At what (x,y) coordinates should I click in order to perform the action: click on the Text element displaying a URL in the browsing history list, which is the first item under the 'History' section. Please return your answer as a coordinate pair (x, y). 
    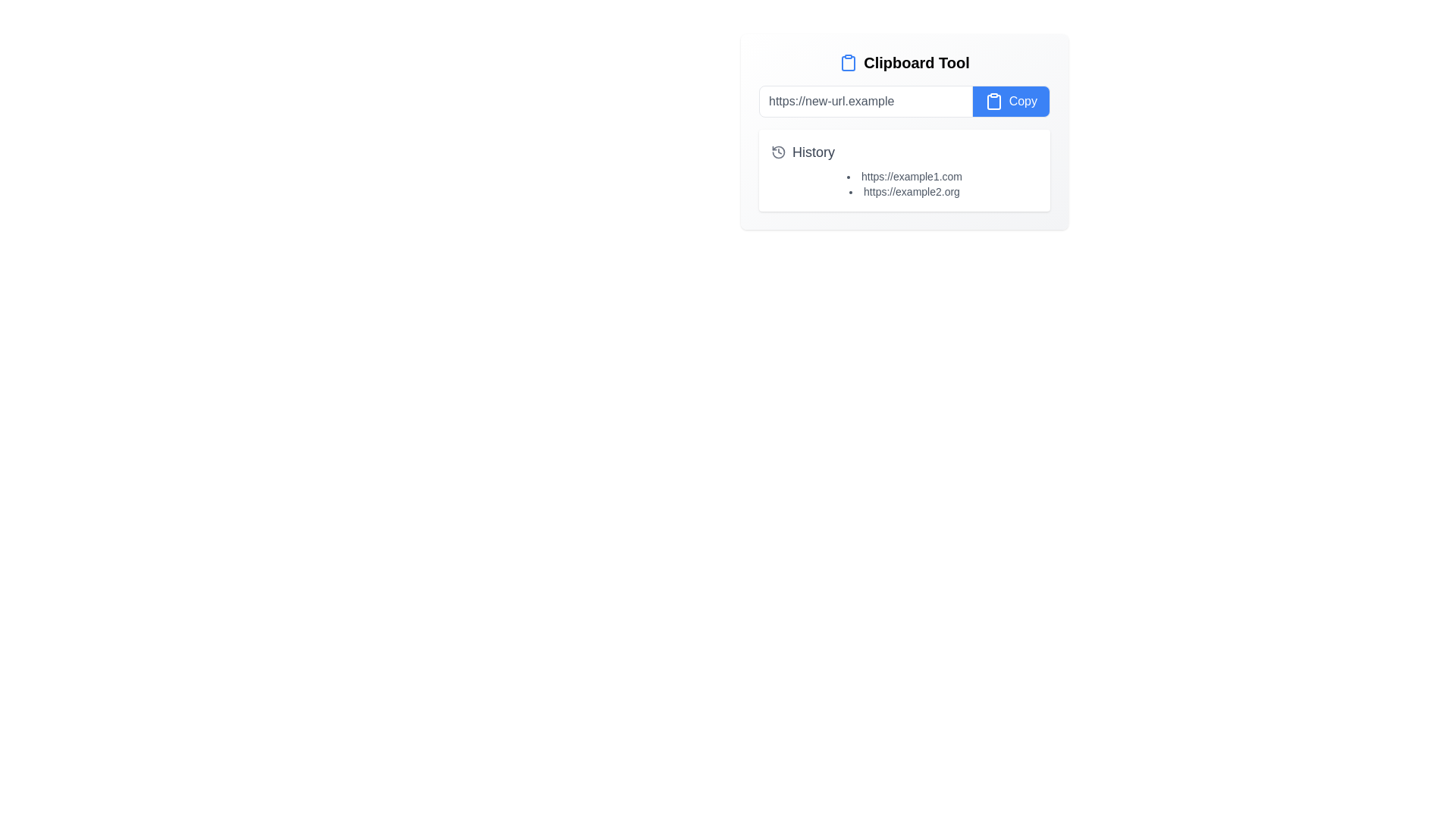
    Looking at the image, I should click on (905, 175).